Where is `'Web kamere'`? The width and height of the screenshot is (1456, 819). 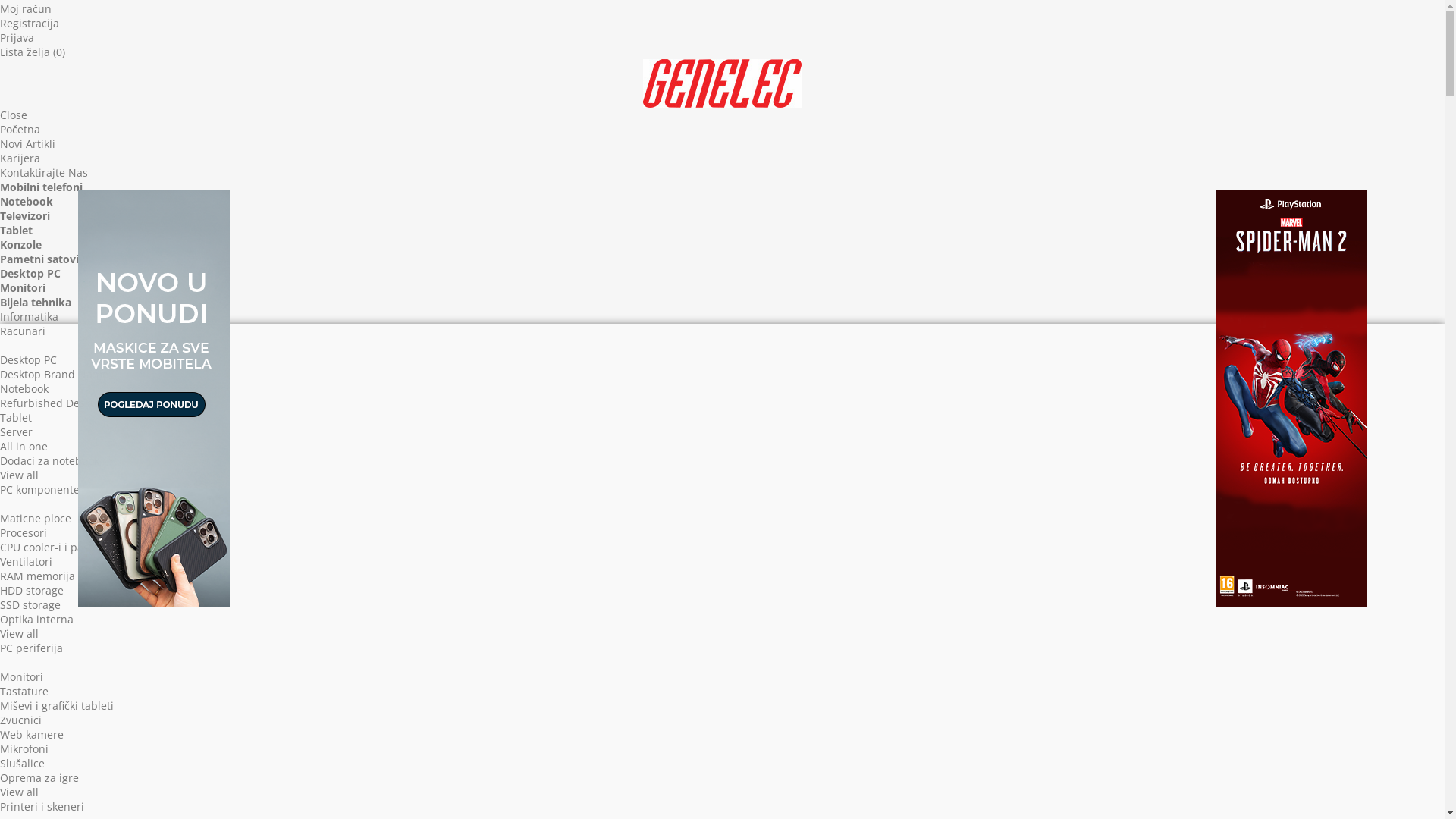 'Web kamere' is located at coordinates (32, 733).